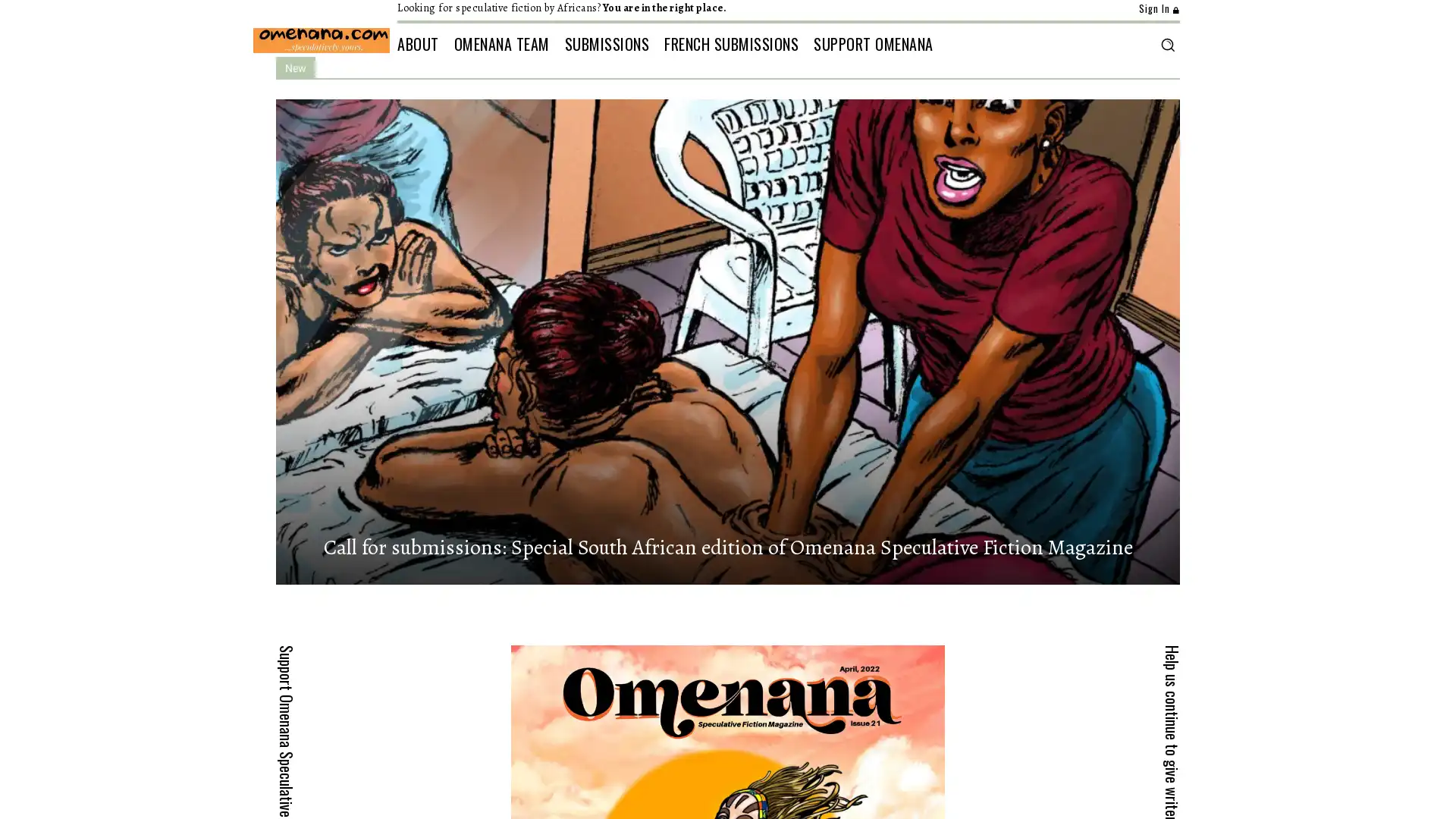  What do you see at coordinates (1166, 43) in the screenshot?
I see `Search` at bounding box center [1166, 43].